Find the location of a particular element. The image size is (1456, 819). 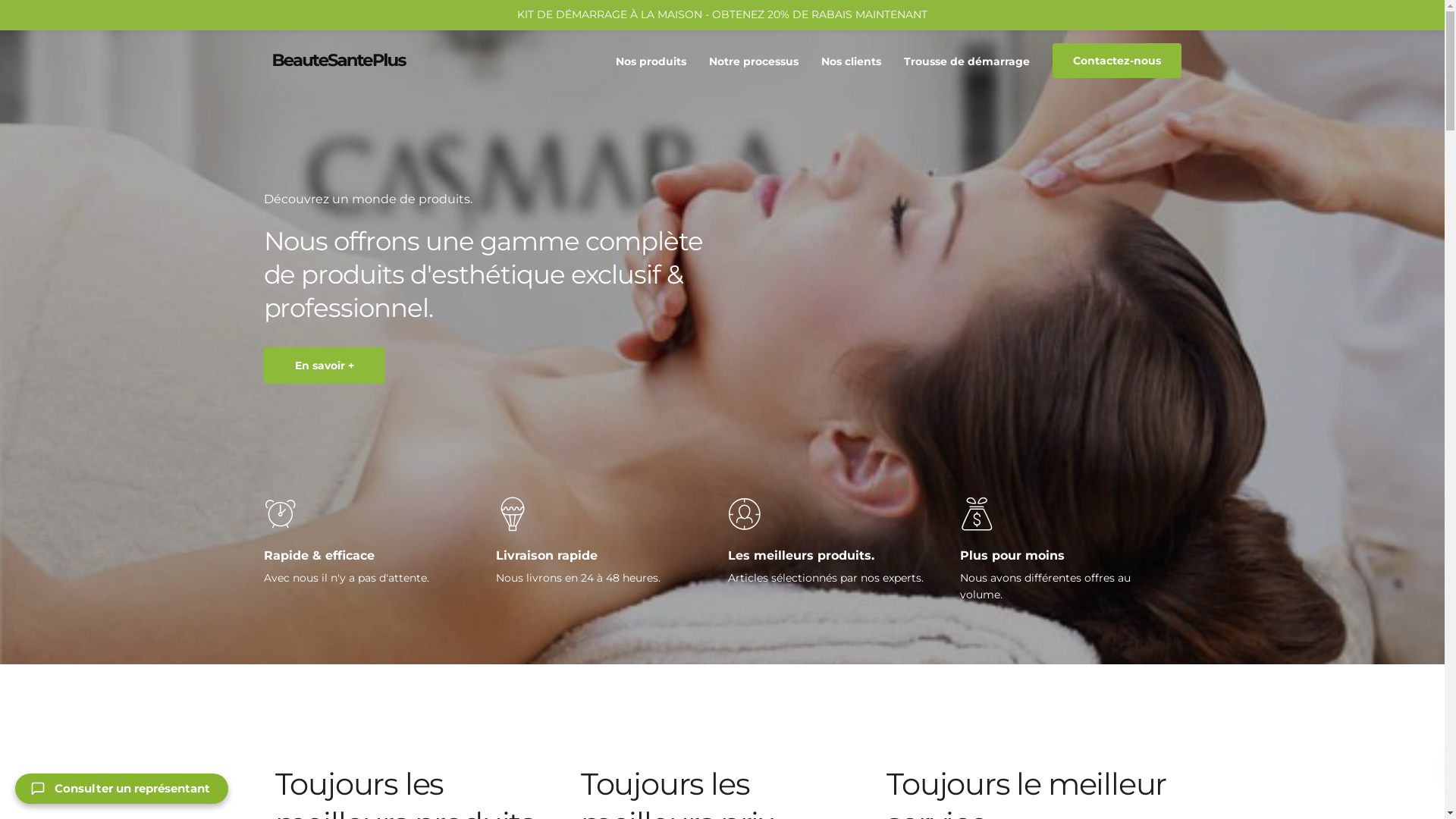

'Notre processus' is located at coordinates (697, 60).